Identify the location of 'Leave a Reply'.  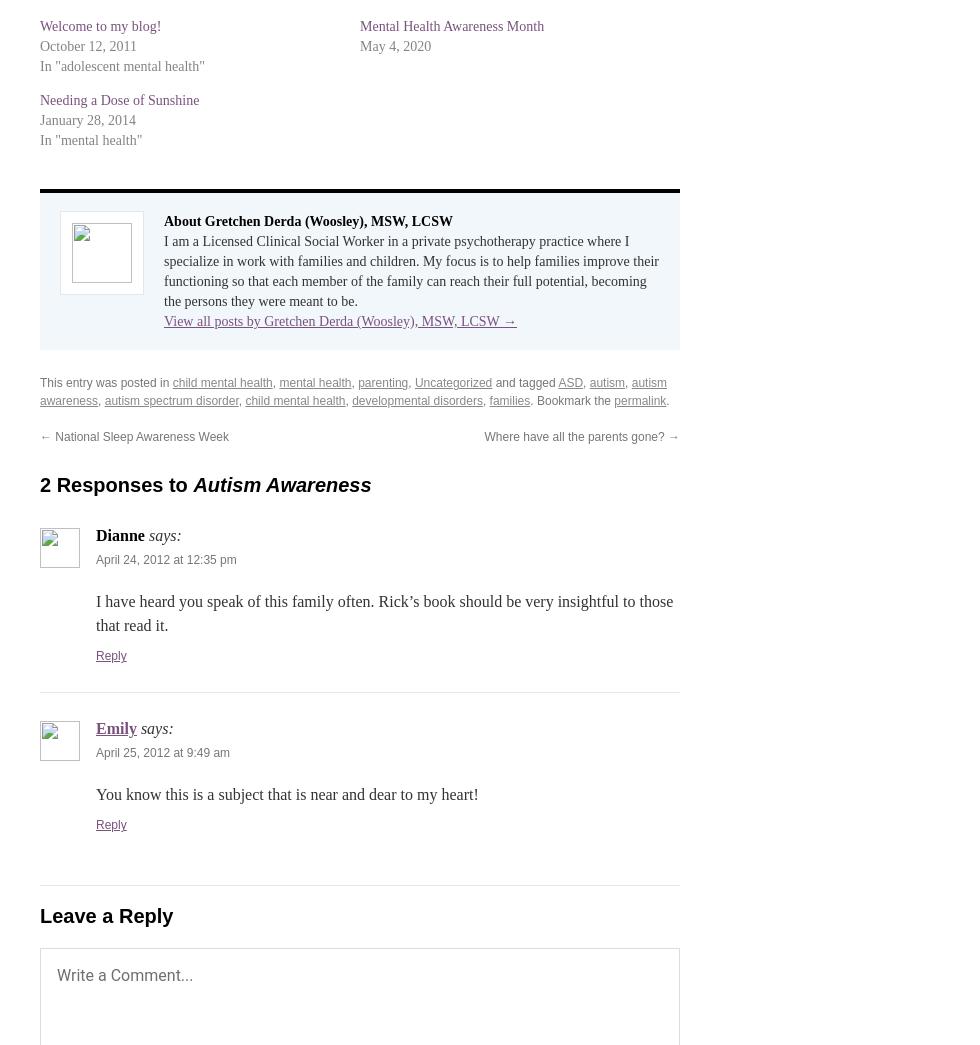
(106, 916).